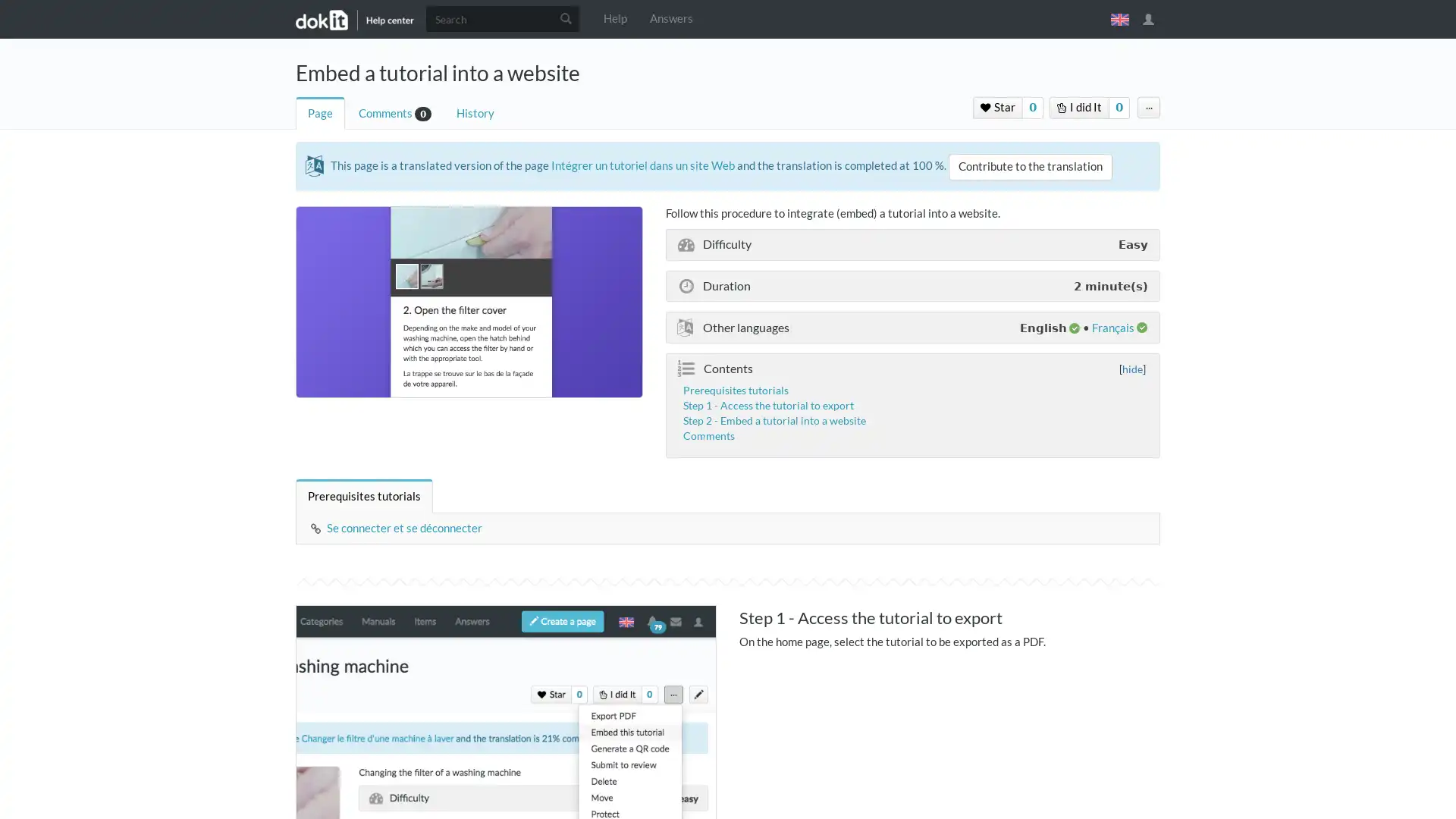 The image size is (1456, 819). I want to click on Star, so click(997, 107).